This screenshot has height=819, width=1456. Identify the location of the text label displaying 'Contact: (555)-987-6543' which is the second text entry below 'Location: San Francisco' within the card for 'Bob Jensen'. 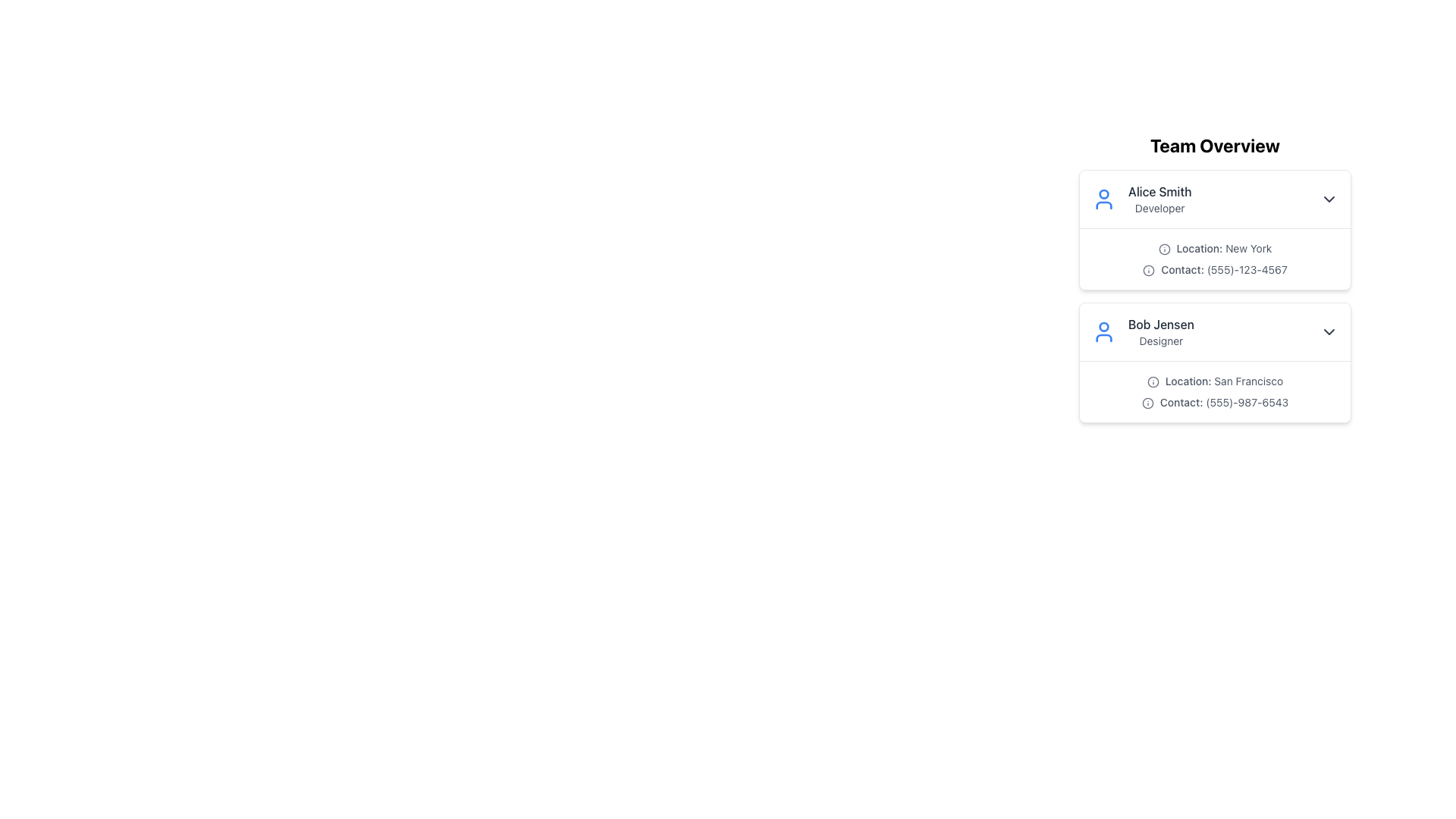
(1215, 402).